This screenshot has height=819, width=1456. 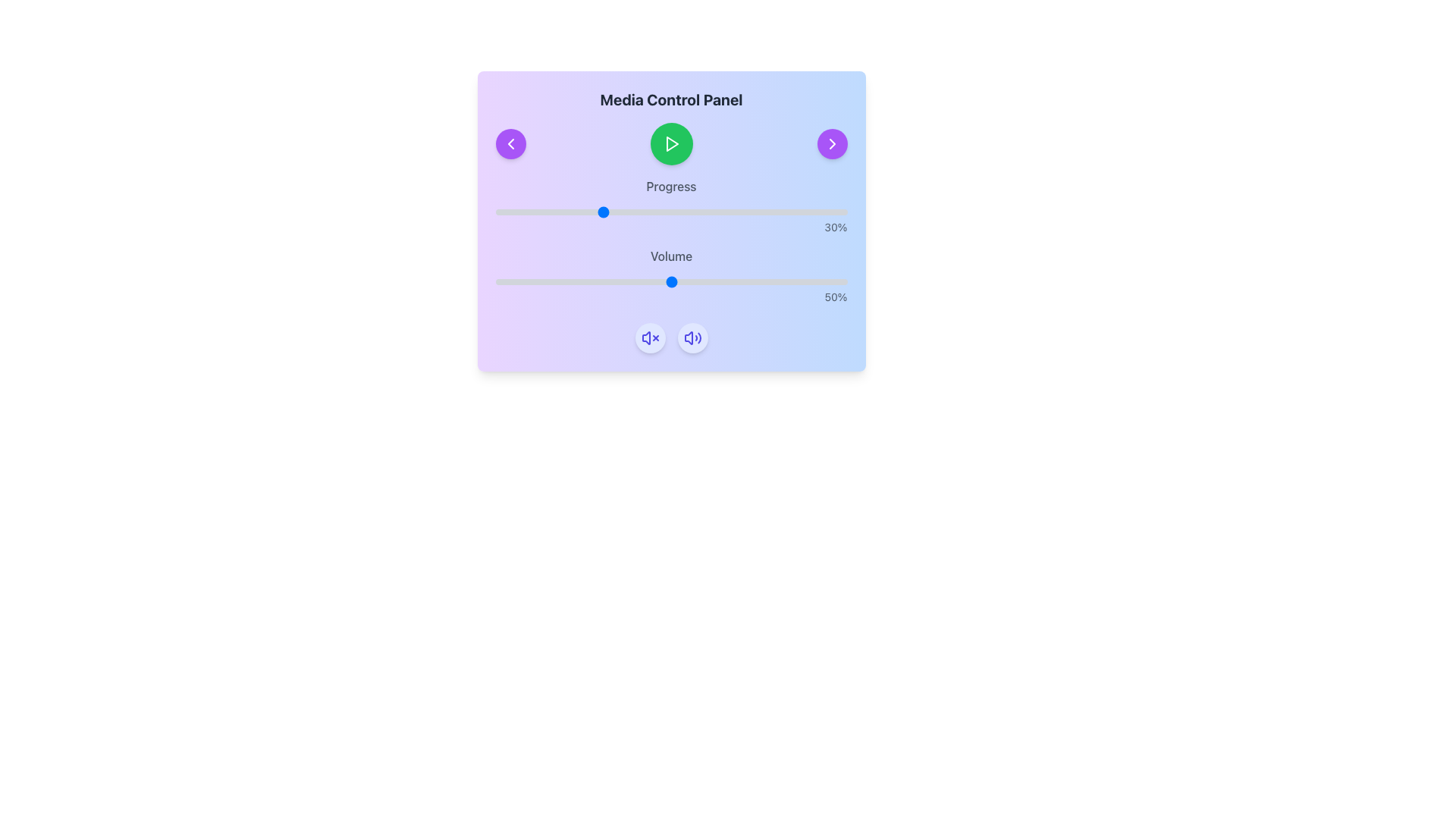 I want to click on the progress, so click(x=530, y=212).